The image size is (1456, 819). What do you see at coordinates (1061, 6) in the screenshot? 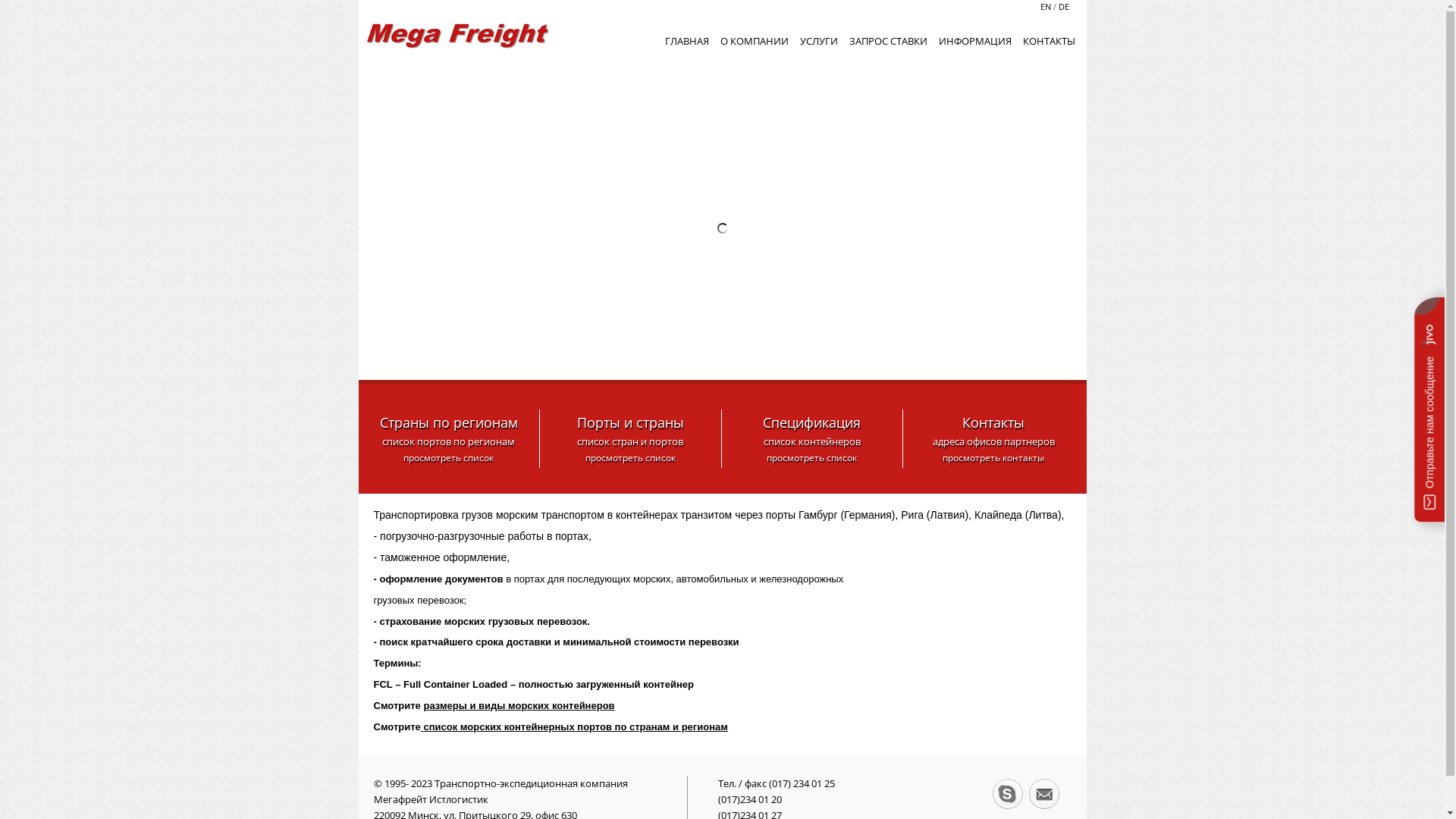
I see `'DE'` at bounding box center [1061, 6].